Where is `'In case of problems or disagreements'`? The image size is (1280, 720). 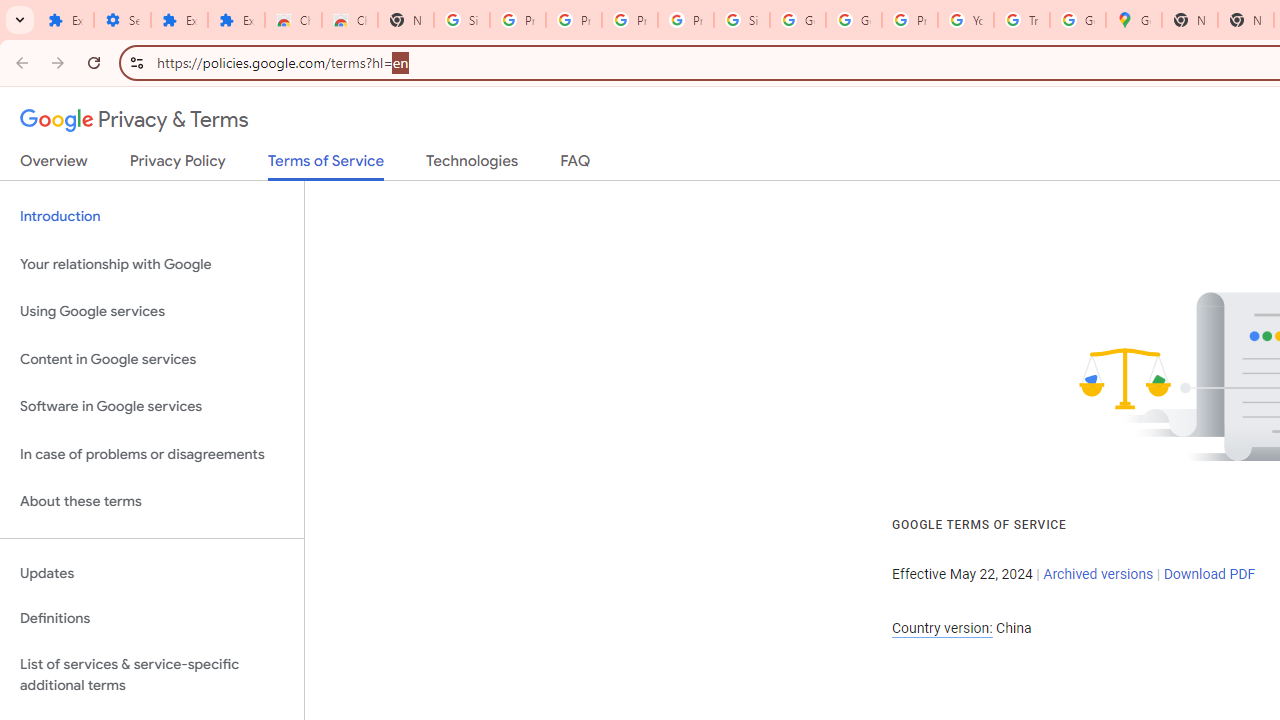 'In case of problems or disagreements' is located at coordinates (151, 454).